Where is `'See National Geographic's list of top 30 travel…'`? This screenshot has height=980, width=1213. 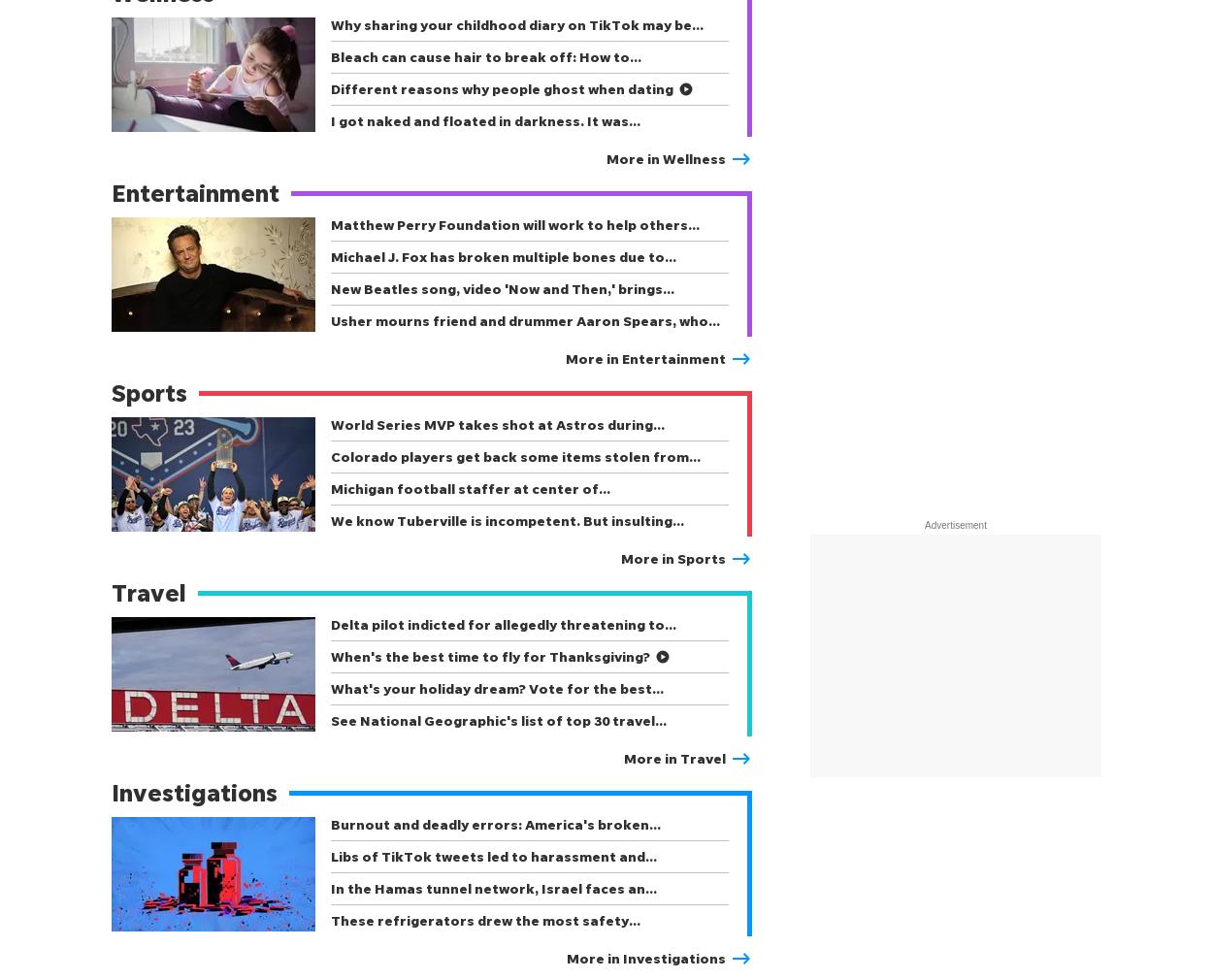
'See National Geographic's list of top 30 travel…' is located at coordinates (499, 719).